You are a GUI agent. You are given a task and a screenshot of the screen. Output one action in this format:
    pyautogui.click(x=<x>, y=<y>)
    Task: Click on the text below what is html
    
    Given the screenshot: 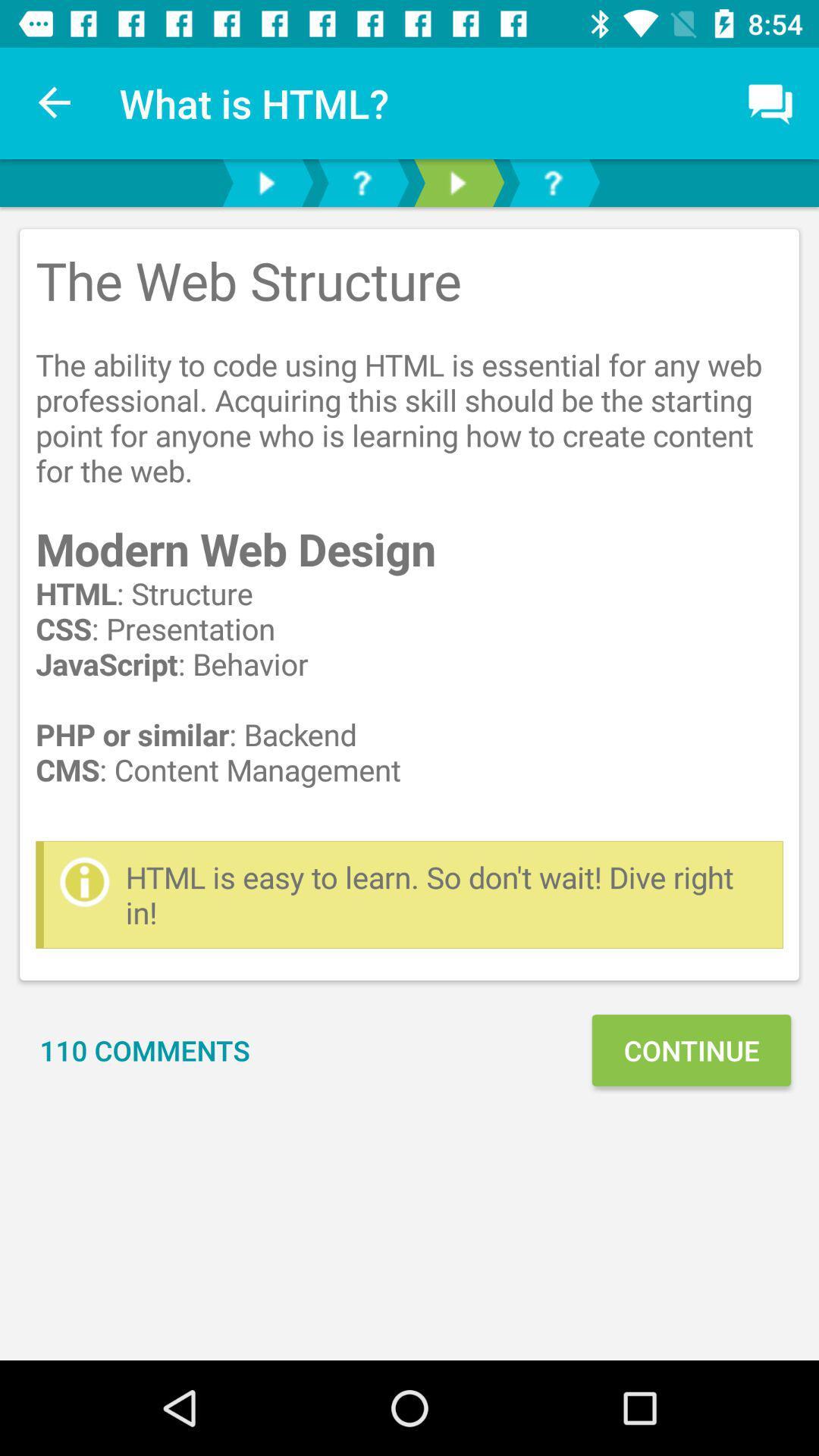 What is the action you would take?
    pyautogui.click(x=409, y=604)
    